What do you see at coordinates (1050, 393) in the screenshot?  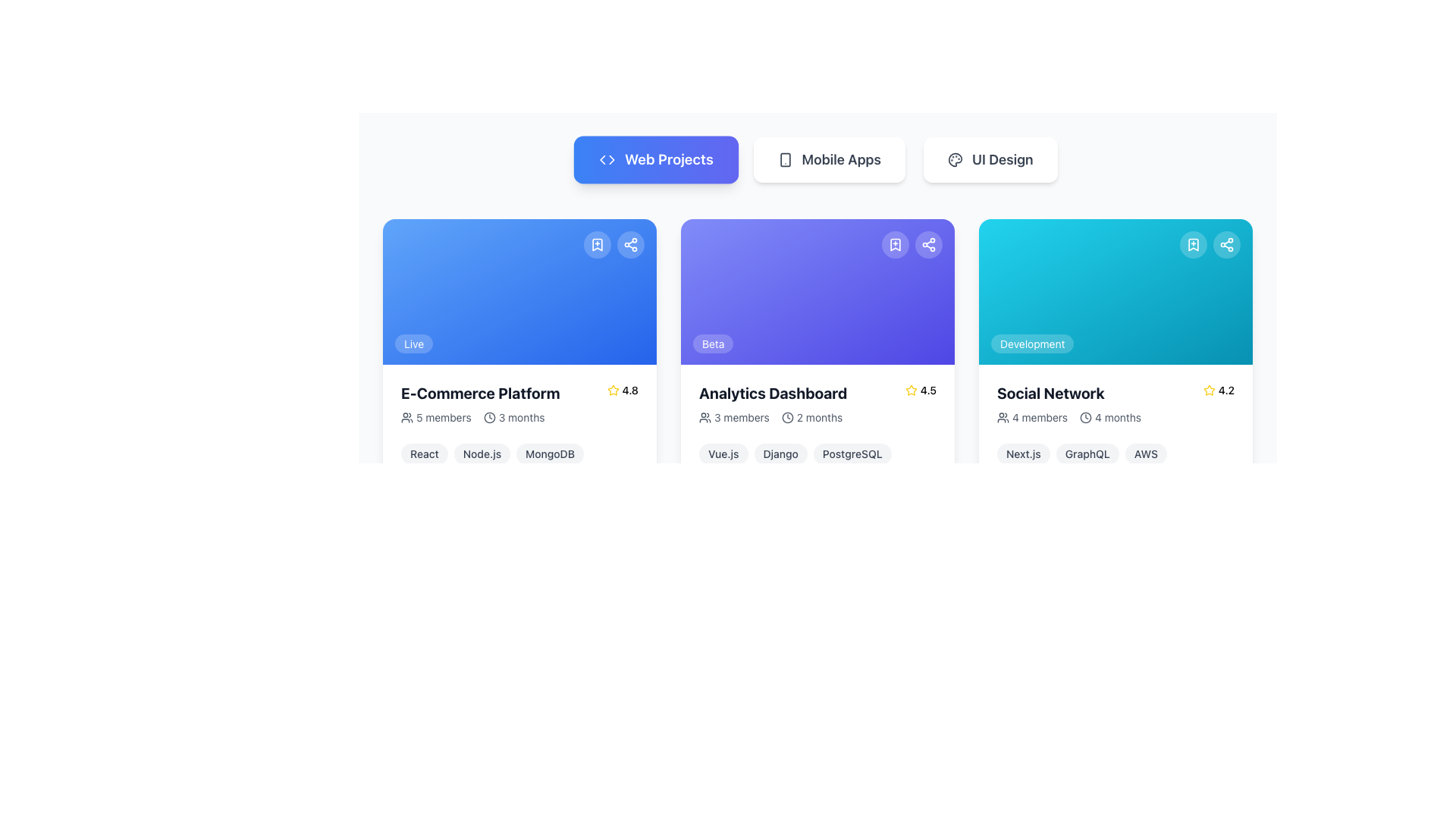 I see `text from the title label of the project item located in the third card under the 'Web Projects' tab` at bounding box center [1050, 393].